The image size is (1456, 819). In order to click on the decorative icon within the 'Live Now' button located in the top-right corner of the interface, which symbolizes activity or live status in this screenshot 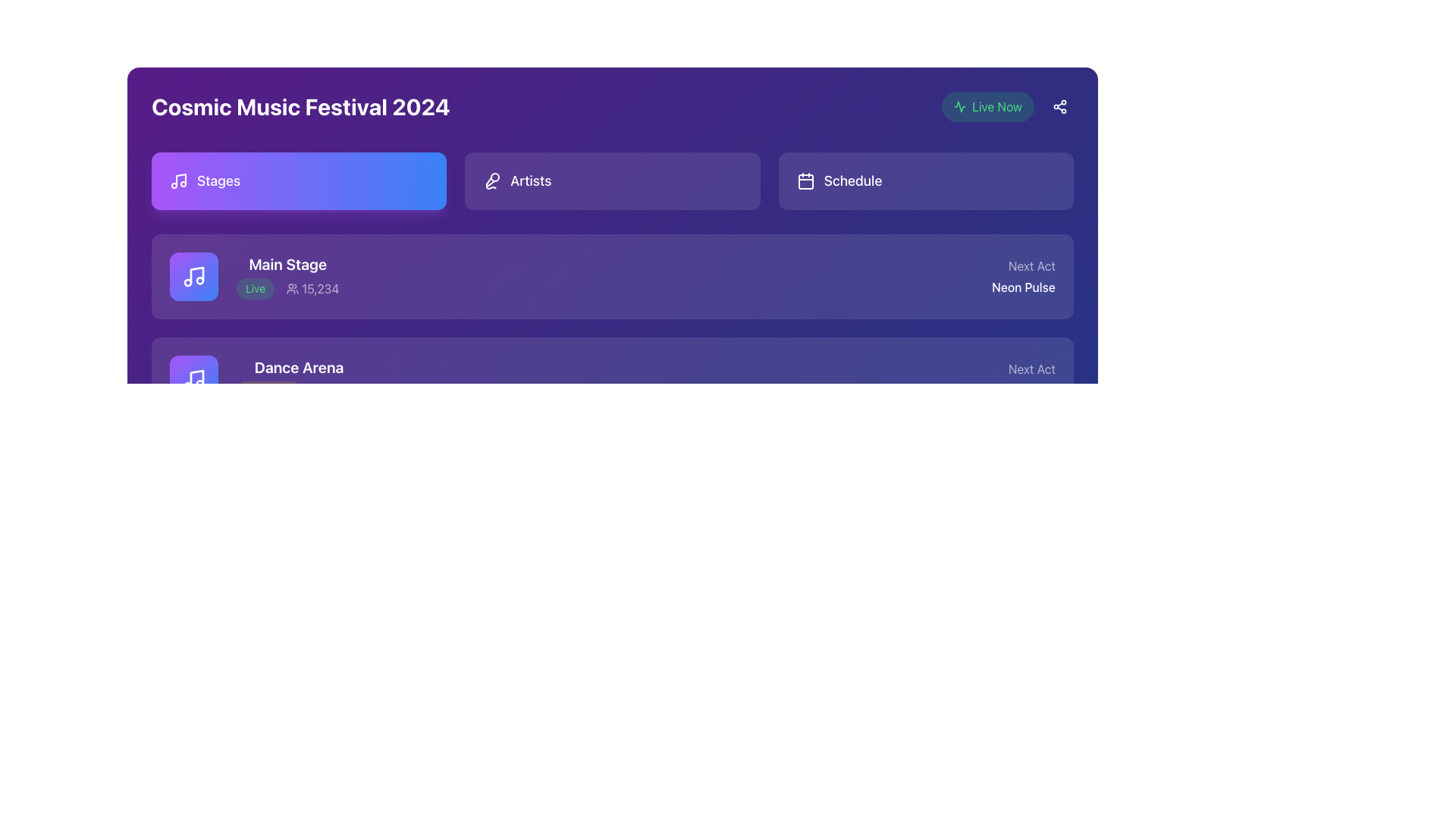, I will do `click(959, 106)`.